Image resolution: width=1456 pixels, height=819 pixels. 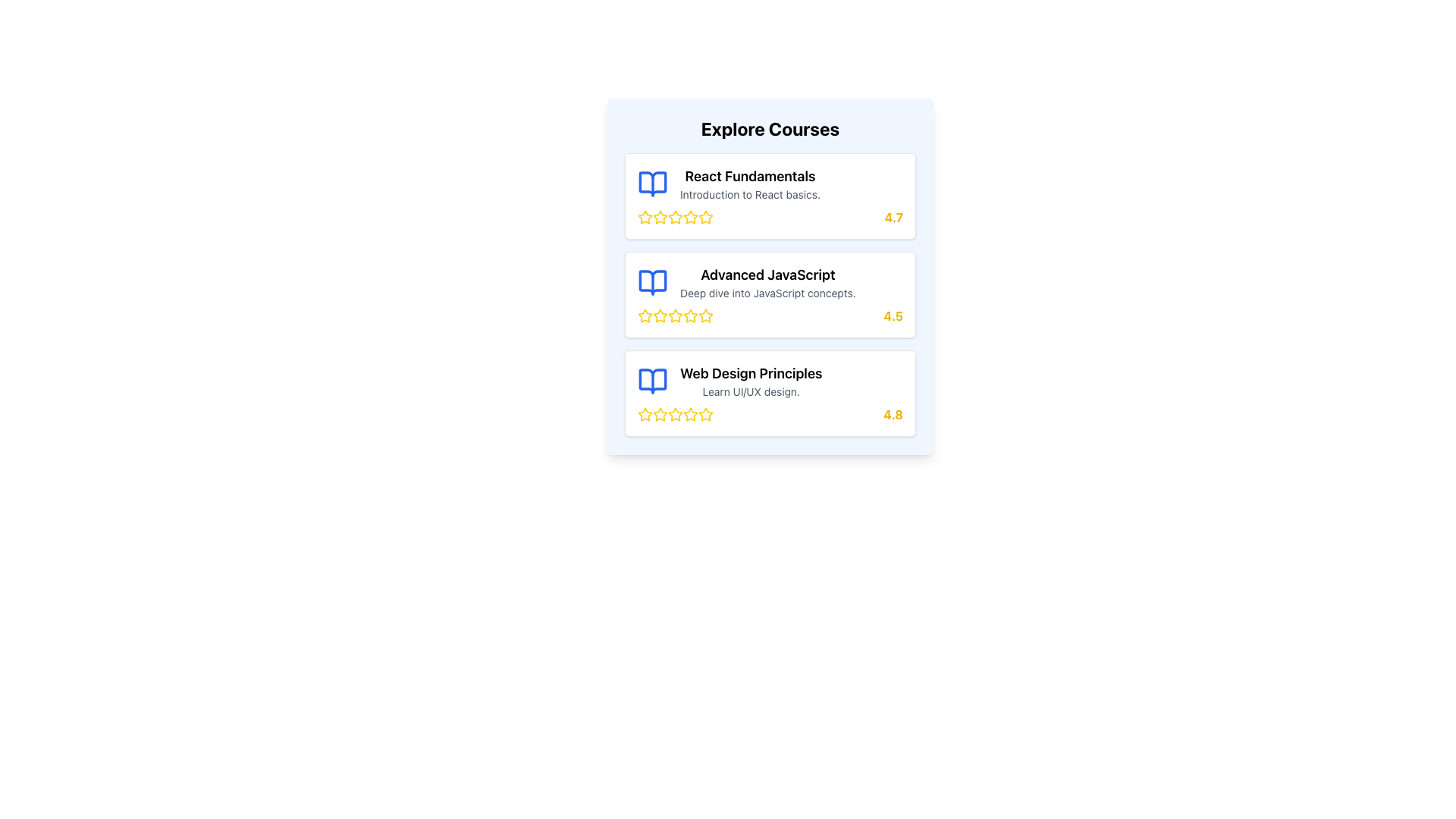 What do you see at coordinates (690, 217) in the screenshot?
I see `the fifth star icon representing a rating point in the course rating system for the 'React Fundamentals' course` at bounding box center [690, 217].